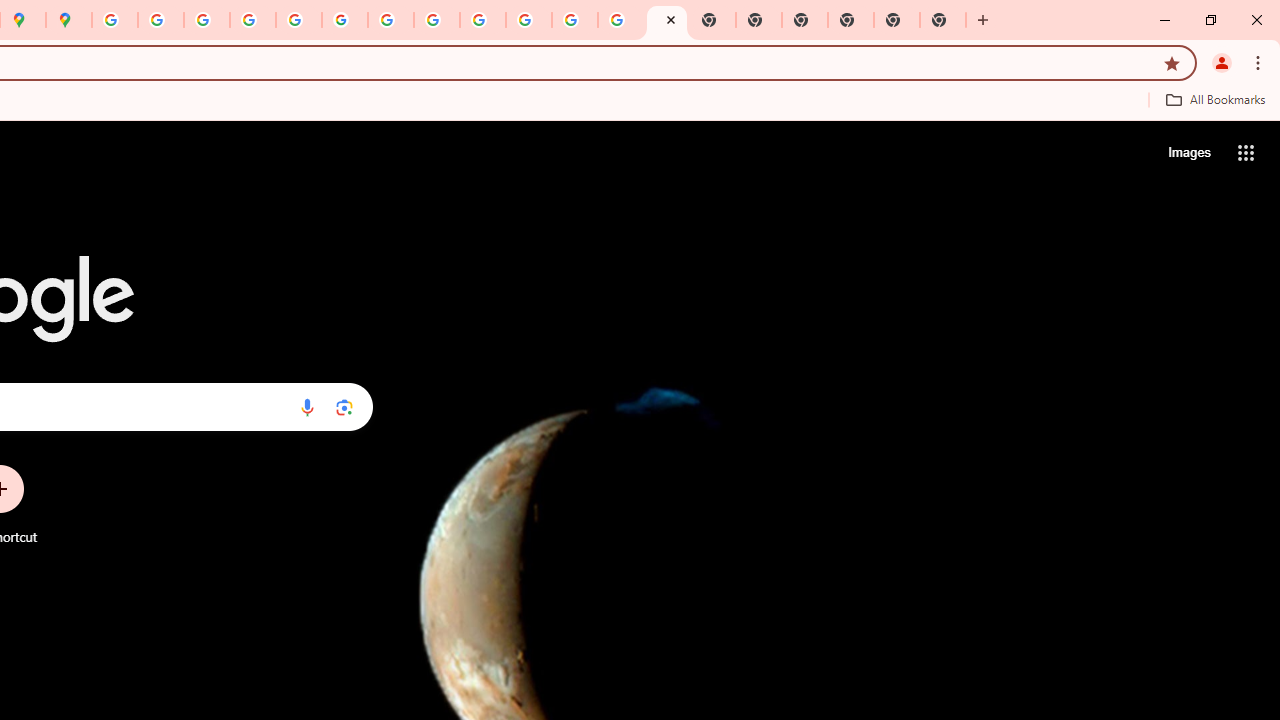  What do you see at coordinates (207, 20) in the screenshot?
I see `'Privacy Help Center - Policies Help'` at bounding box center [207, 20].